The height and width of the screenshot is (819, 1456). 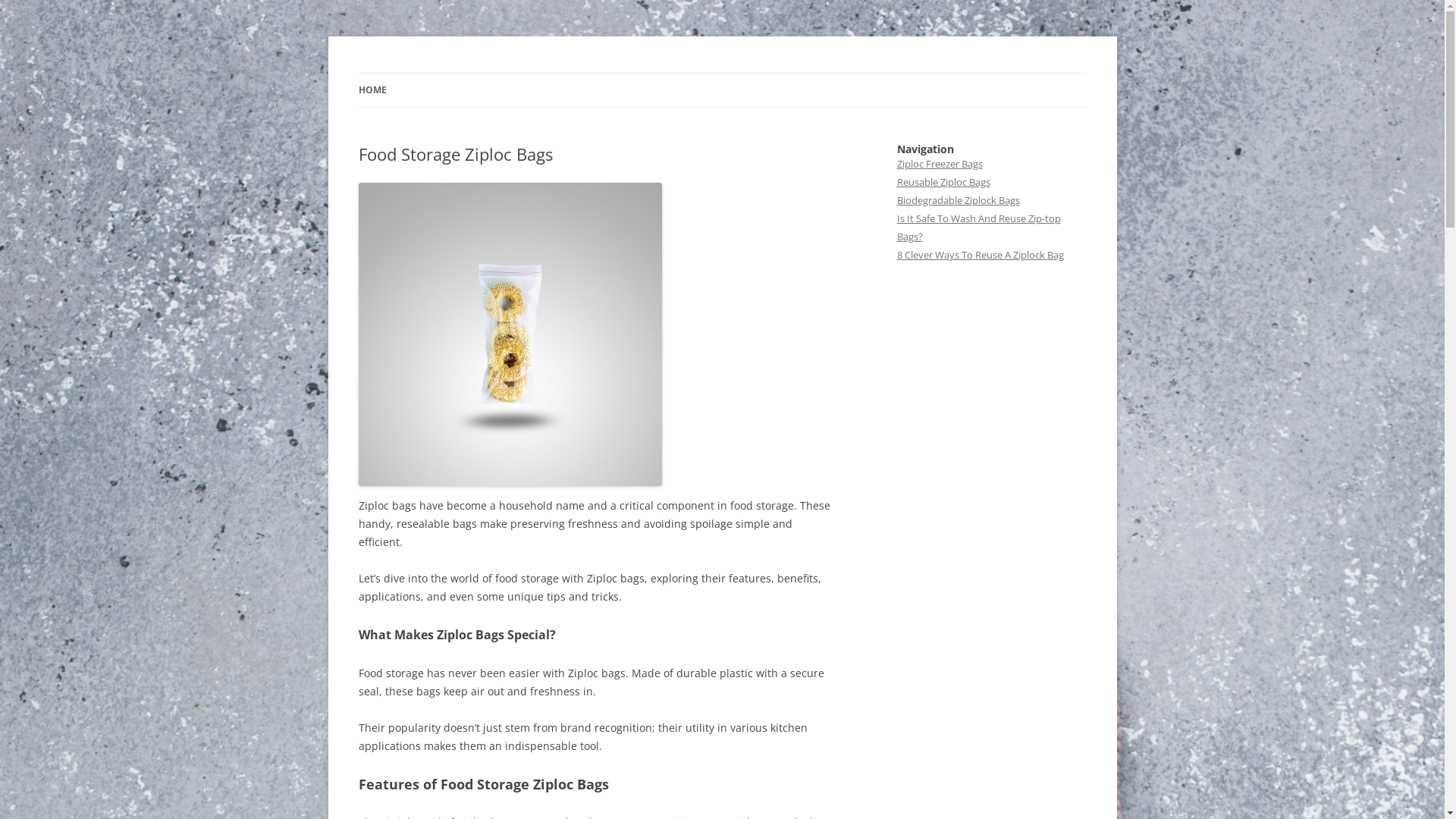 I want to click on 'Biodegradable Ziplock Bags', so click(x=956, y=199).